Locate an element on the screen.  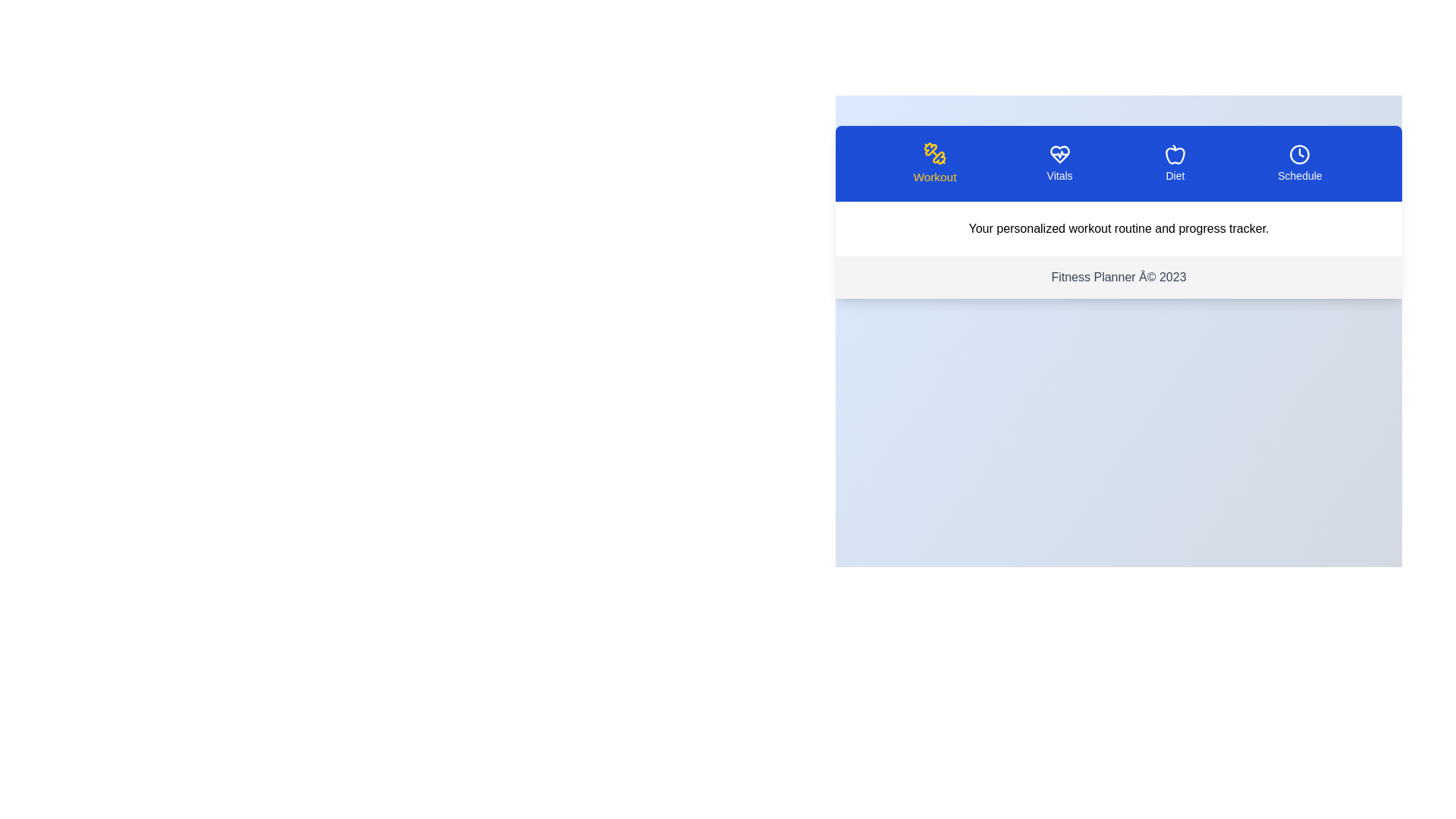
the tab labeled Diet to view its content is located at coordinates (1174, 164).